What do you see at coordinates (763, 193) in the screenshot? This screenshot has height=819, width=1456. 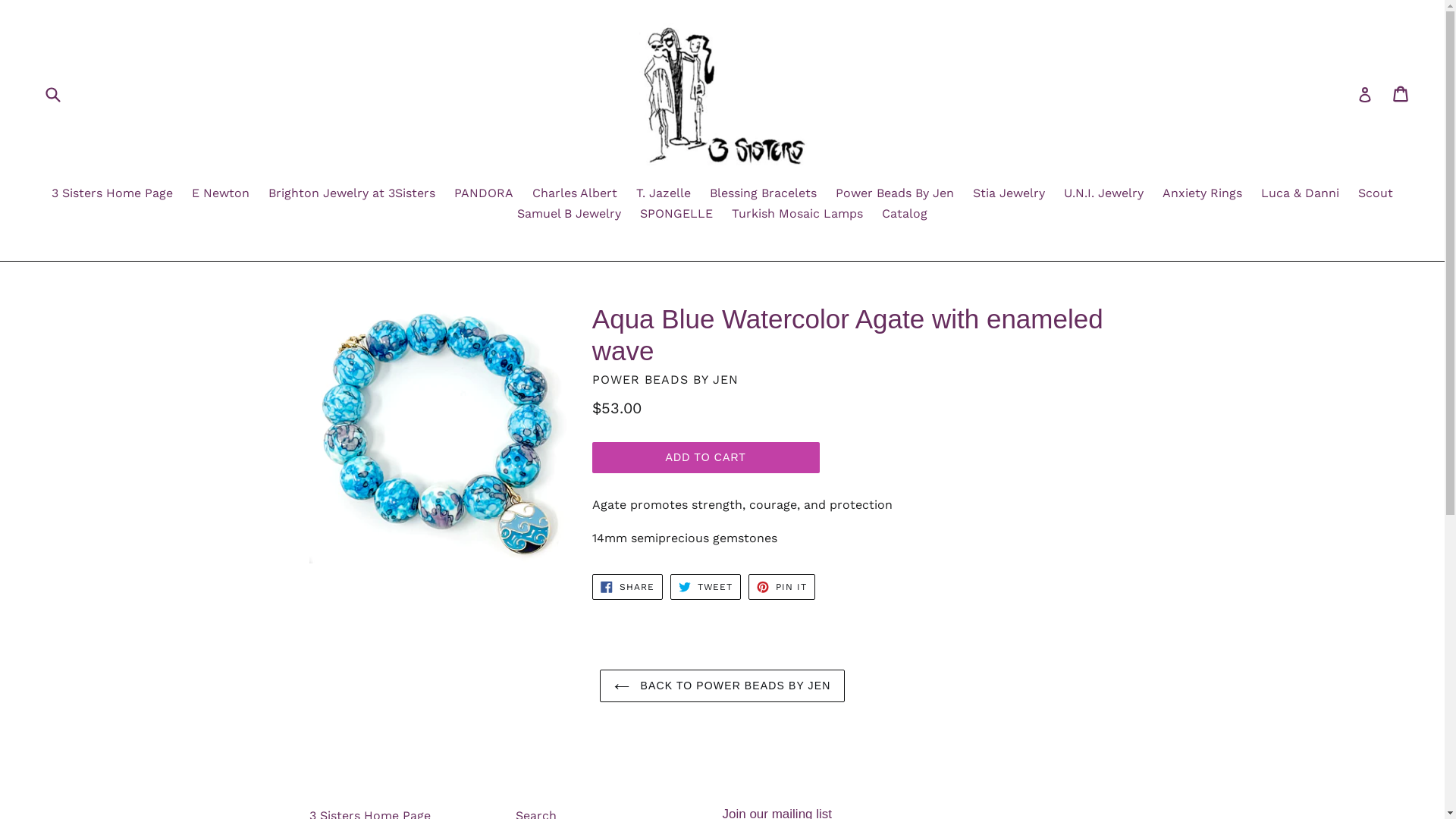 I see `'Blessing Bracelets'` at bounding box center [763, 193].